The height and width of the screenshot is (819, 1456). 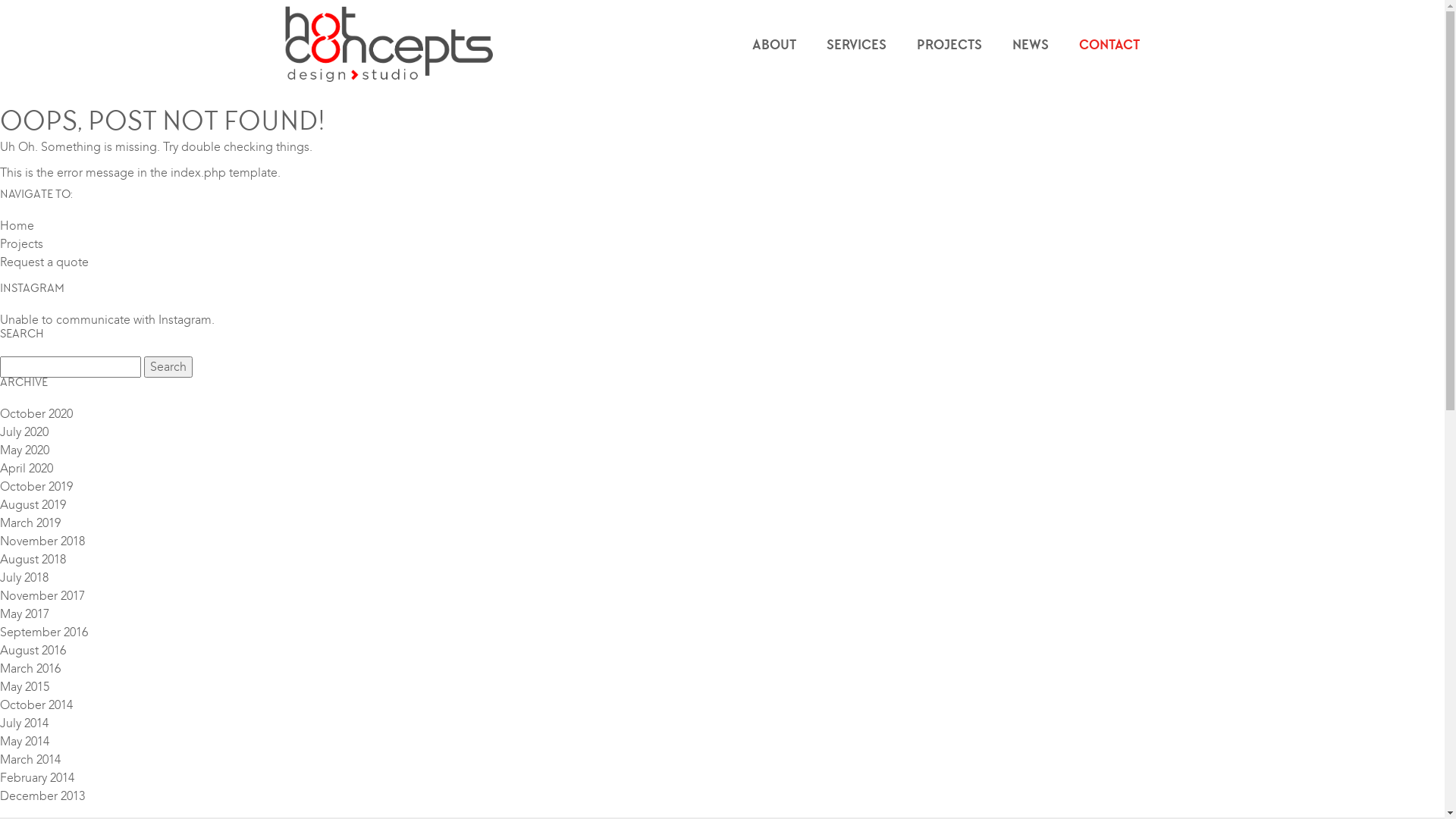 What do you see at coordinates (1030, 45) in the screenshot?
I see `'NEWS'` at bounding box center [1030, 45].